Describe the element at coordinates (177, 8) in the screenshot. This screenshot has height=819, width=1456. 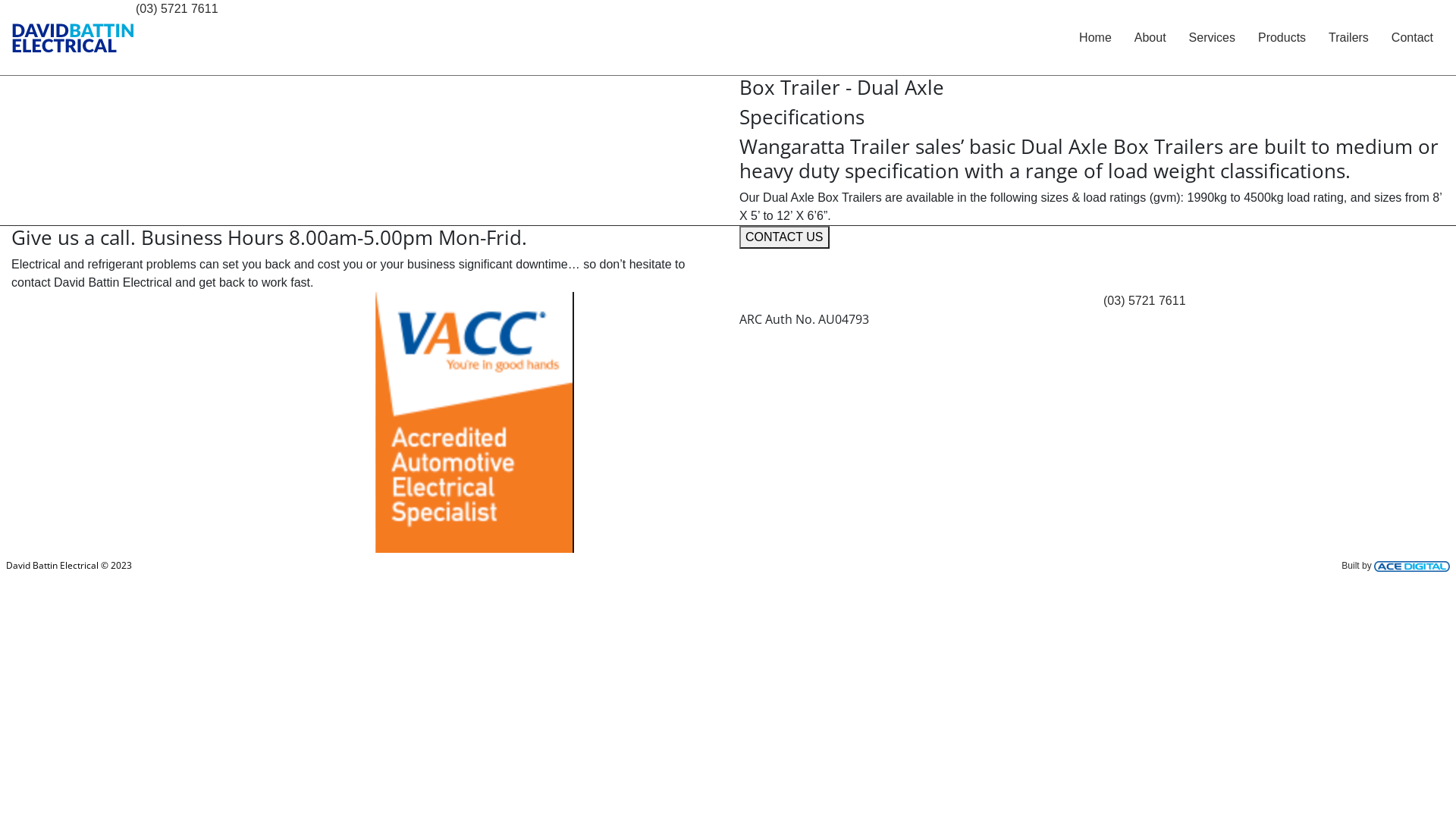
I see `'(03) 5721 7611'` at that location.